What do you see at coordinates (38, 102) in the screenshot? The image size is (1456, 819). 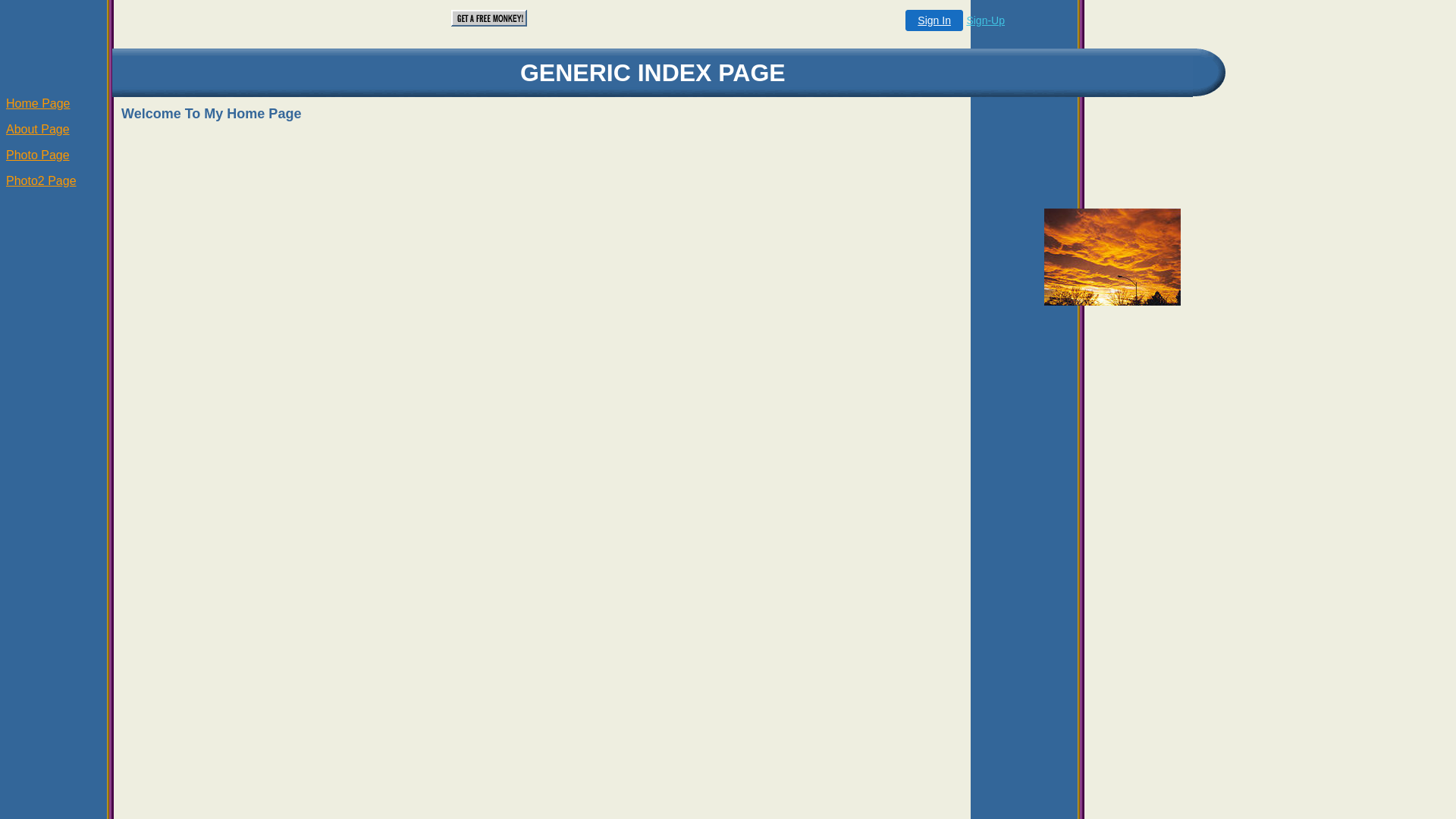 I see `'Home Page'` at bounding box center [38, 102].